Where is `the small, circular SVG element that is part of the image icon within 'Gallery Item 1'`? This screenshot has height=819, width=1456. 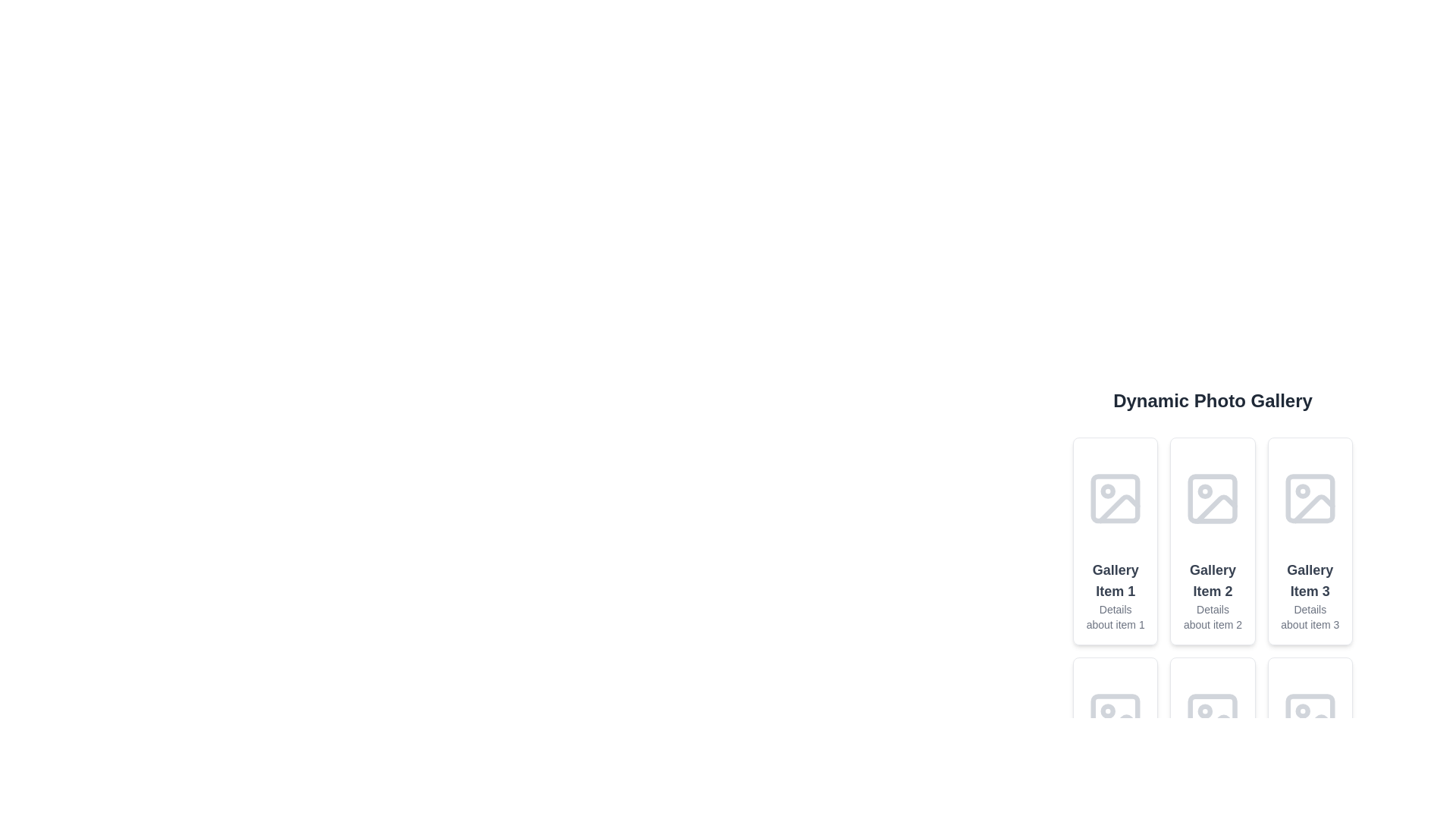 the small, circular SVG element that is part of the image icon within 'Gallery Item 1' is located at coordinates (1108, 491).